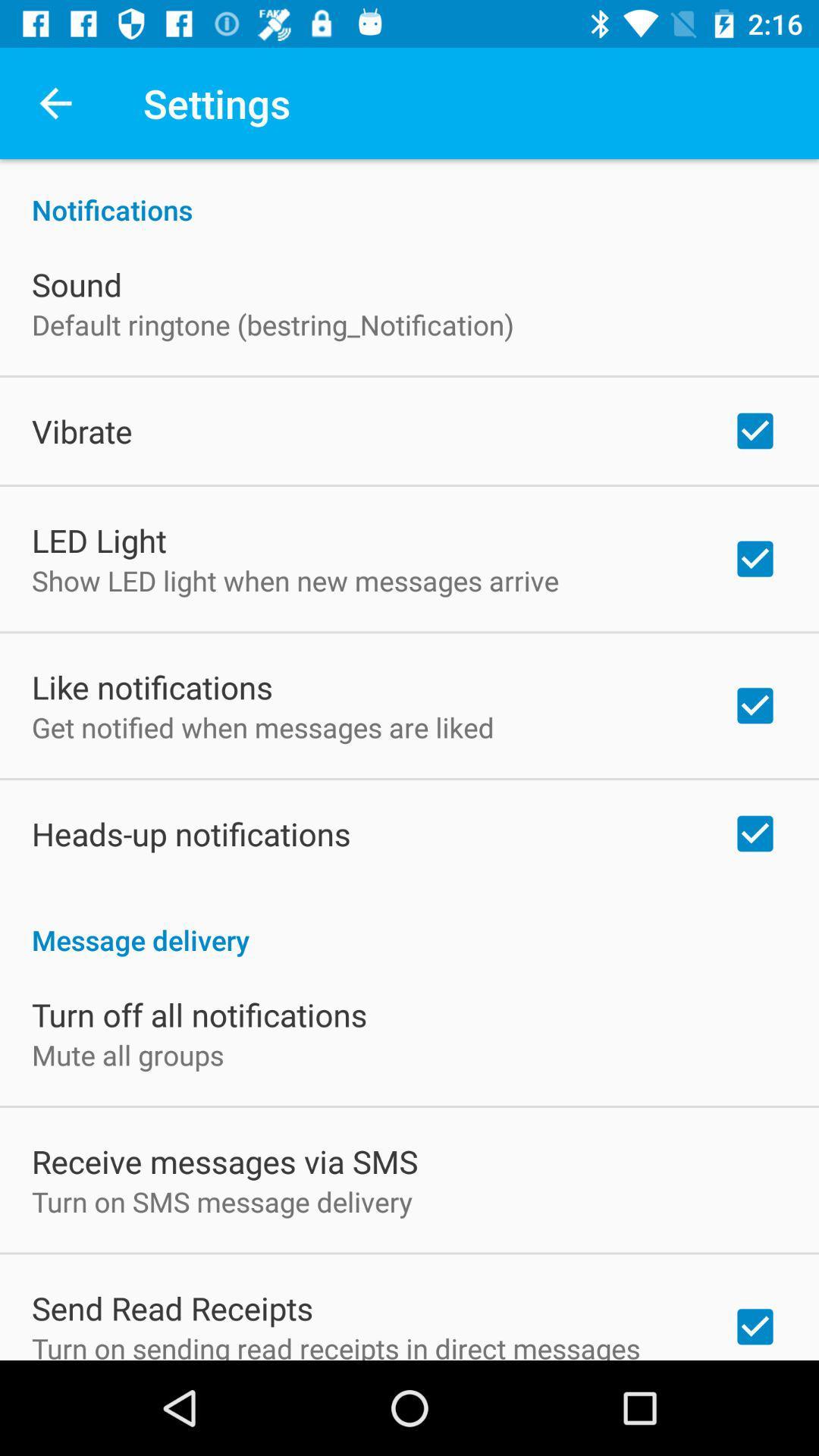 The width and height of the screenshot is (819, 1456). Describe the element at coordinates (199, 1015) in the screenshot. I see `icon below message delivery` at that location.